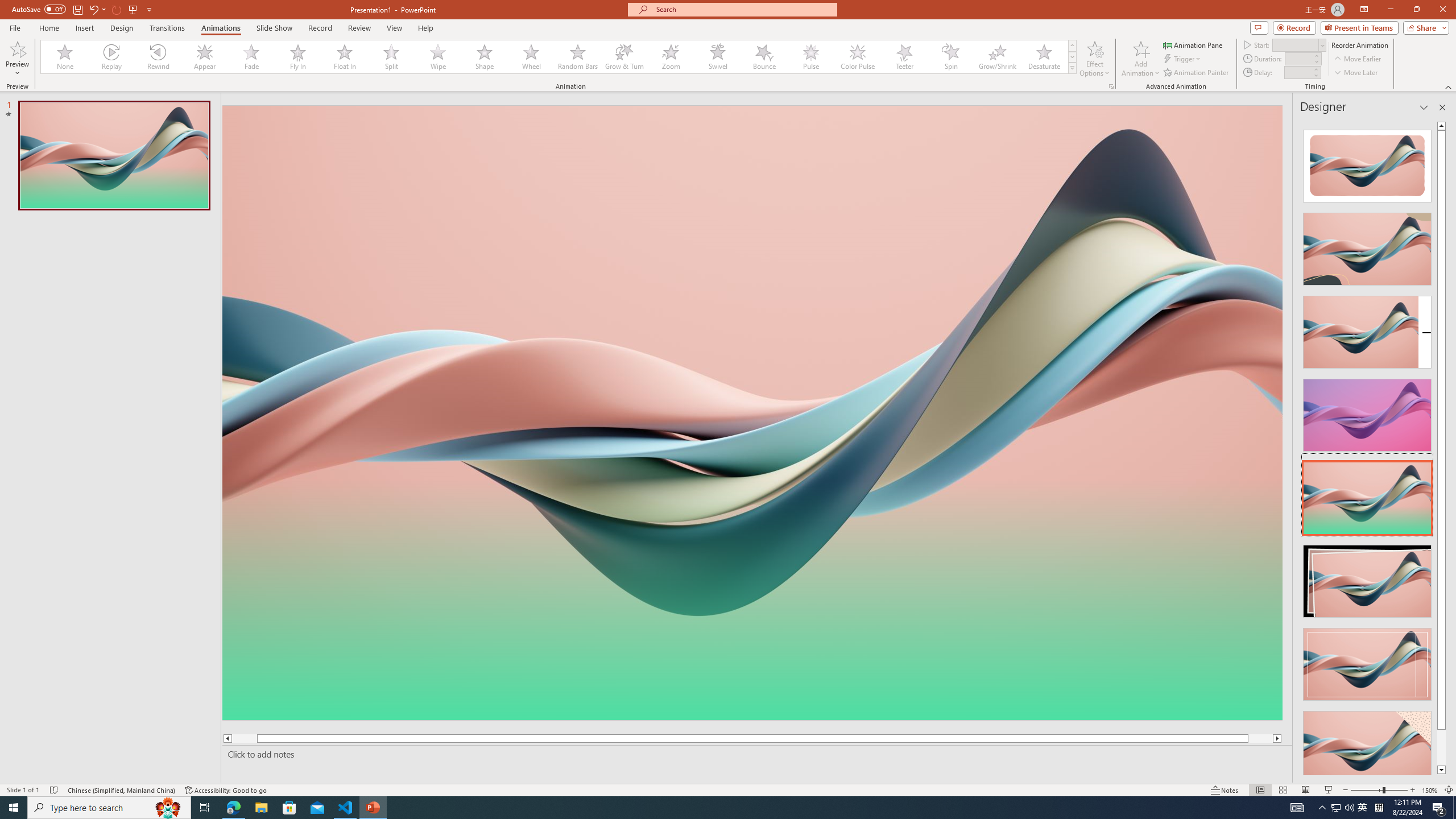  Describe the element at coordinates (1366, 162) in the screenshot. I see `'Recommended Design: Design Idea'` at that location.